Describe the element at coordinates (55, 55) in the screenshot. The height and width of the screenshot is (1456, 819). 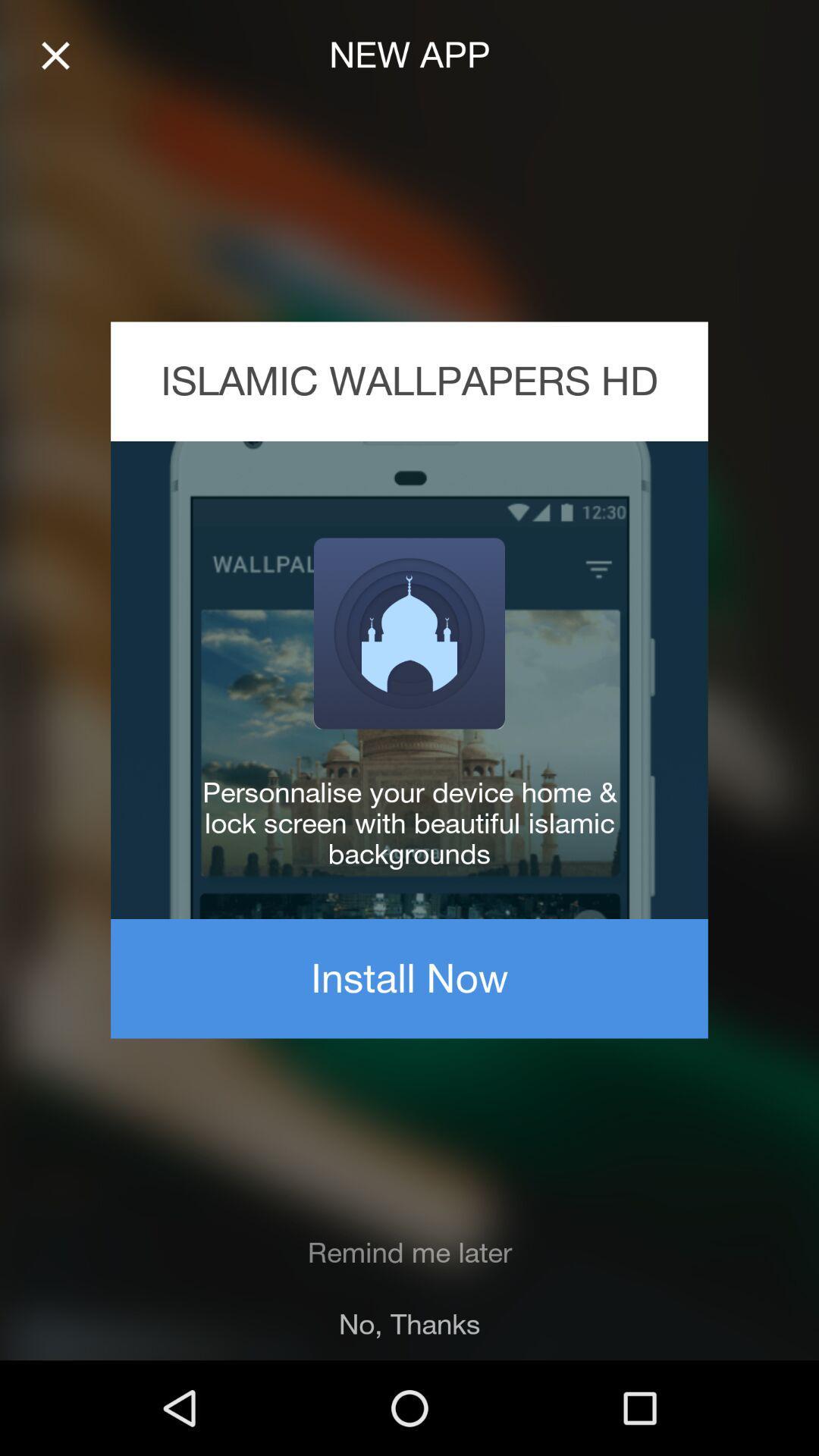
I see `the close icon` at that location.